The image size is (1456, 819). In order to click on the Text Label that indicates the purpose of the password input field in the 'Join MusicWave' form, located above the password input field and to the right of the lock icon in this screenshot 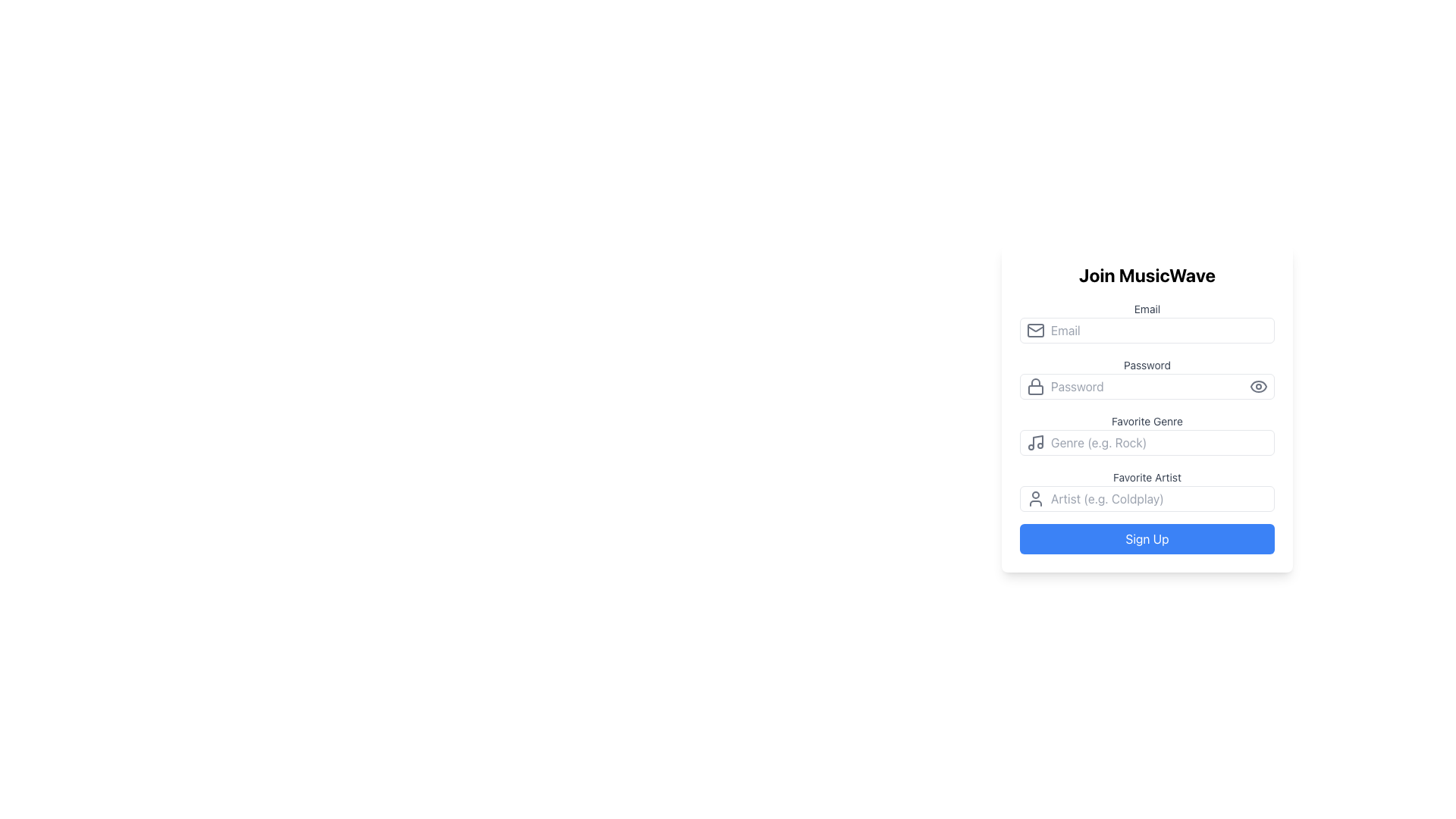, I will do `click(1147, 365)`.